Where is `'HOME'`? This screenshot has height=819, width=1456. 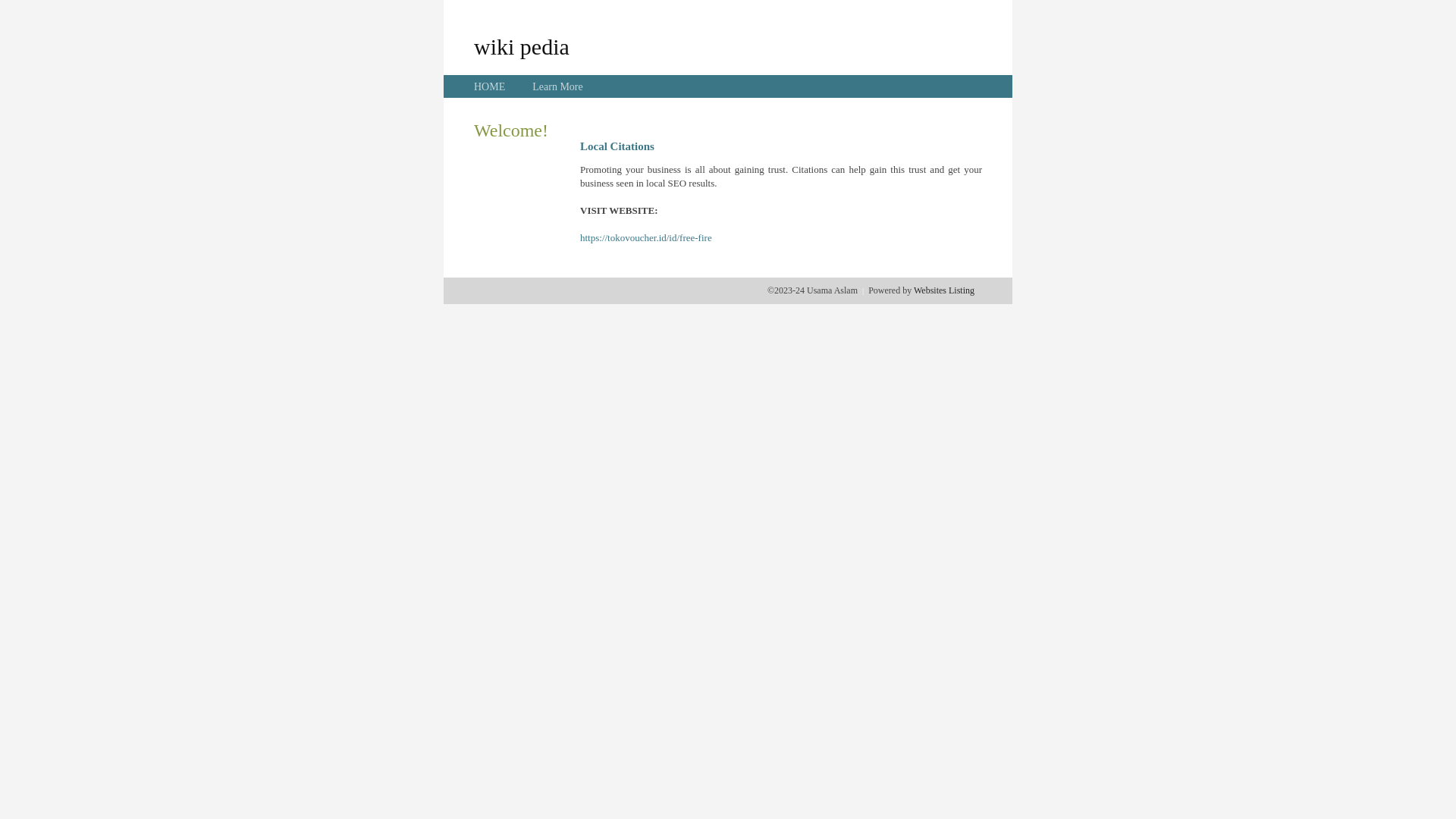
'HOME' is located at coordinates (489, 86).